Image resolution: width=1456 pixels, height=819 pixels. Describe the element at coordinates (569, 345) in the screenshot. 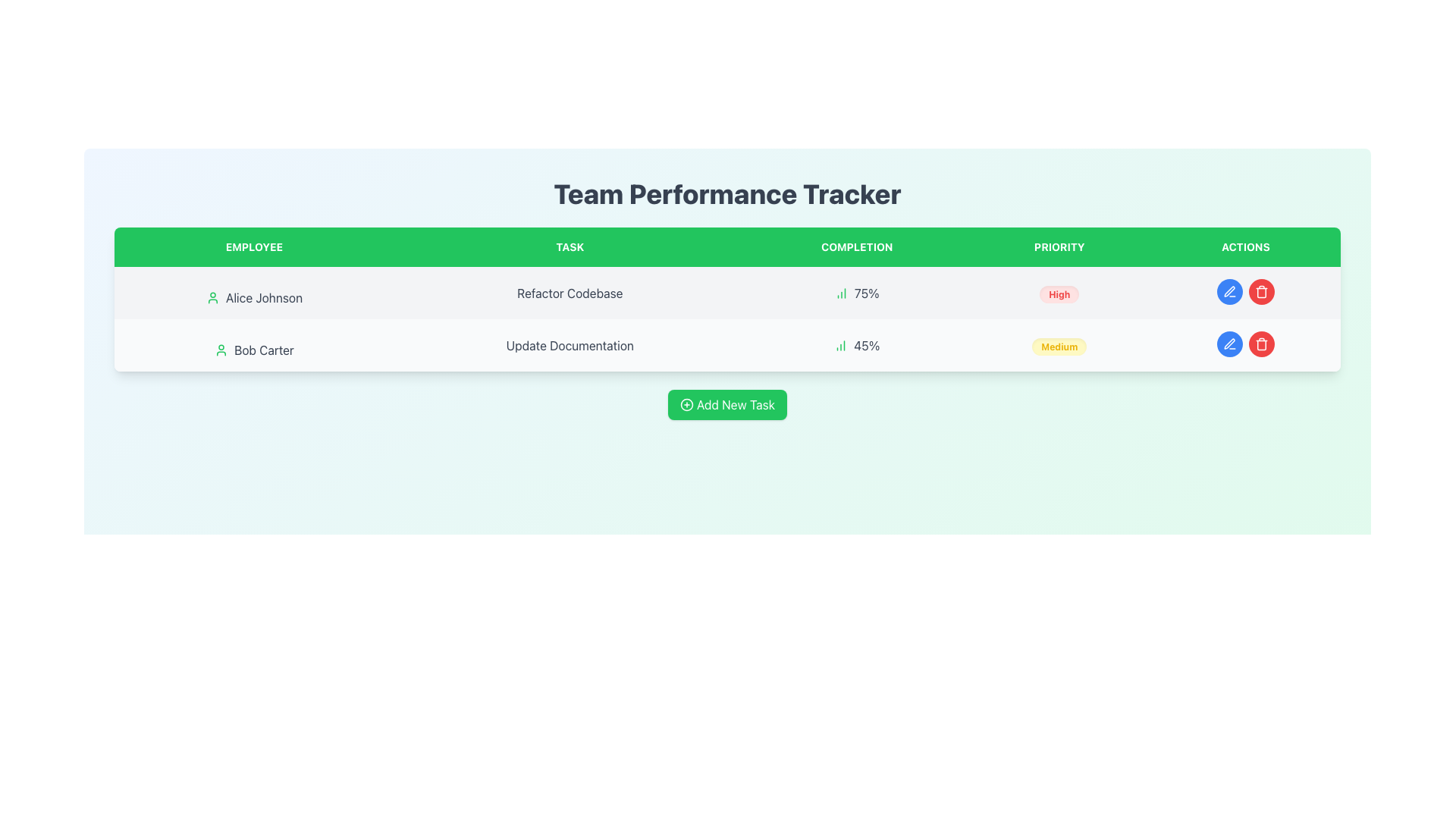

I see `the text label displaying 'Update Documentation' in the second row of the table under the 'TASK' column` at that location.